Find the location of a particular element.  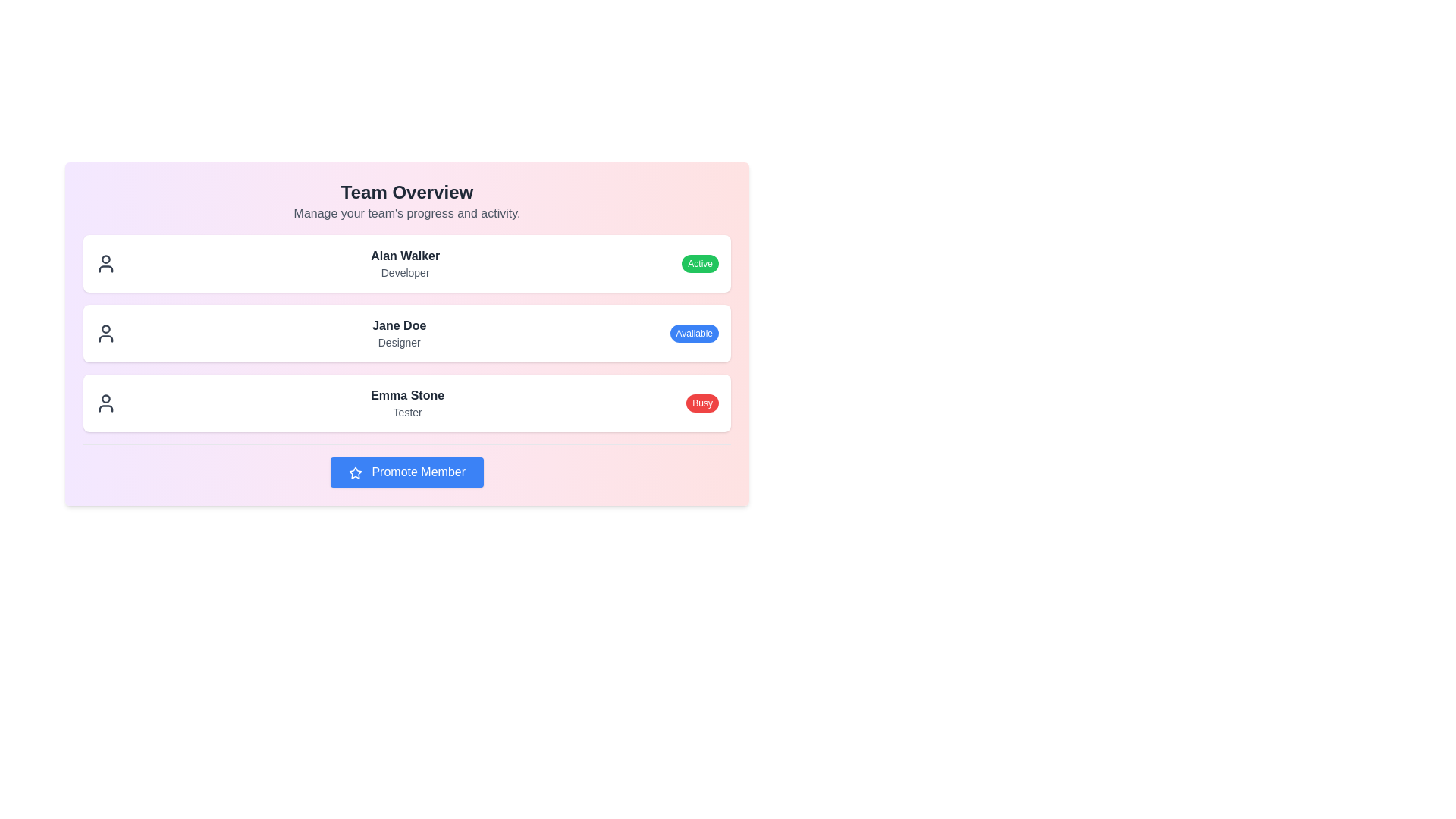

the text label displaying 'Emma Stone' in bold dark gray, which is centrally located in the row of team members is located at coordinates (407, 394).